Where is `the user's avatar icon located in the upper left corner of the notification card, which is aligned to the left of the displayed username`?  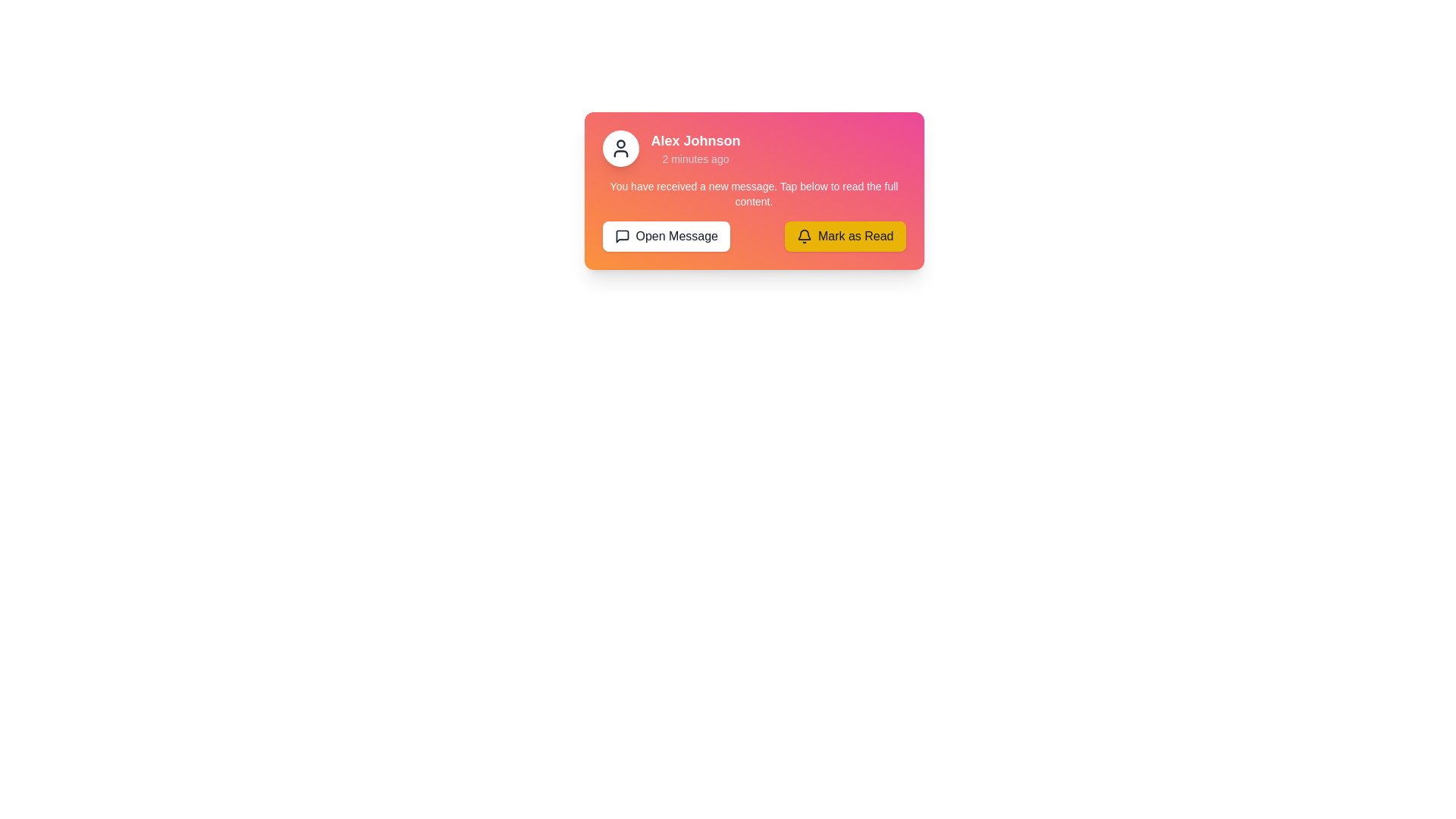 the user's avatar icon located in the upper left corner of the notification card, which is aligned to the left of the displayed username is located at coordinates (620, 149).